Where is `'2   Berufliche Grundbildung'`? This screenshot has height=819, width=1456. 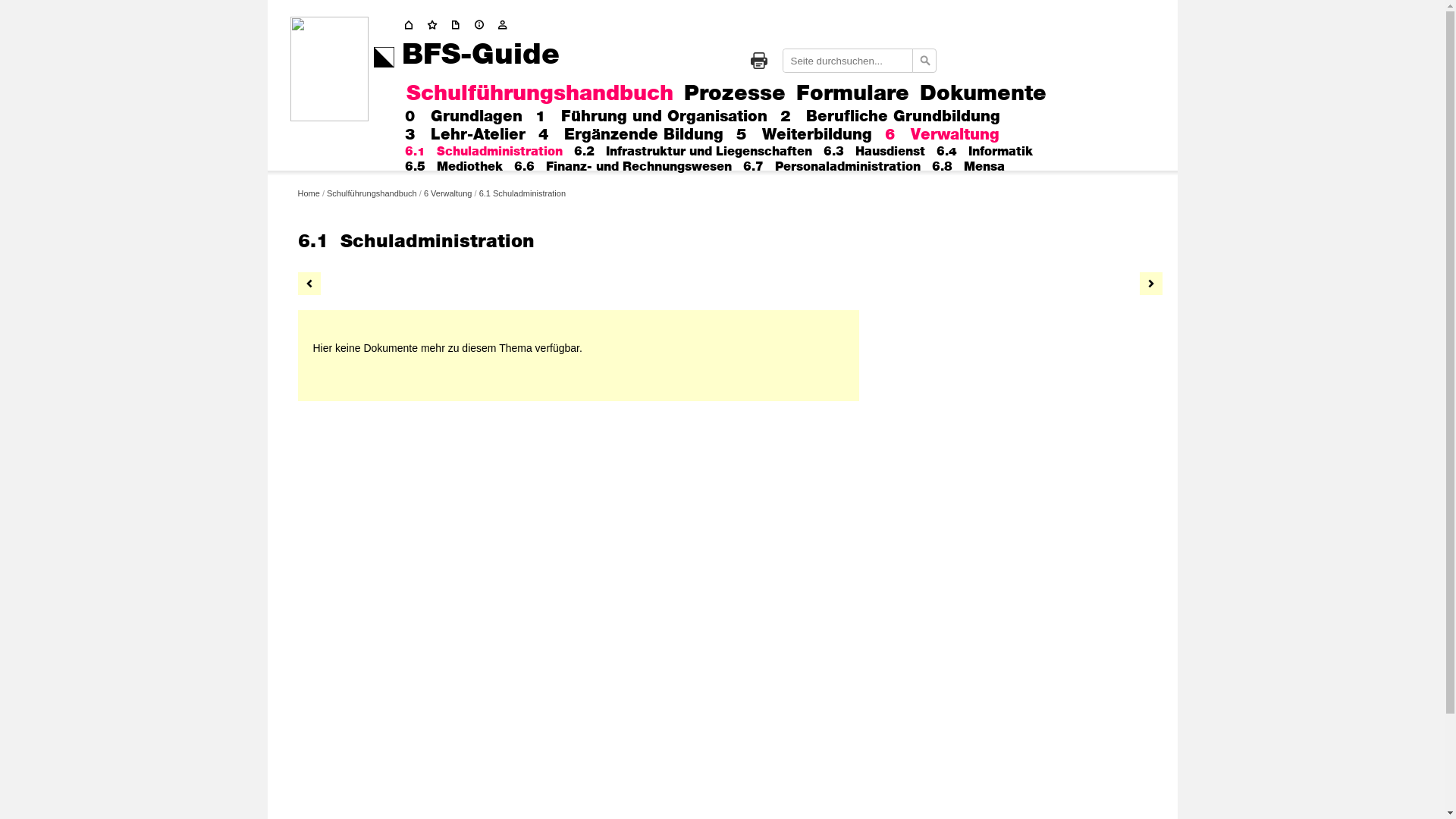 '2   Berufliche Grundbildung' is located at coordinates (889, 116).